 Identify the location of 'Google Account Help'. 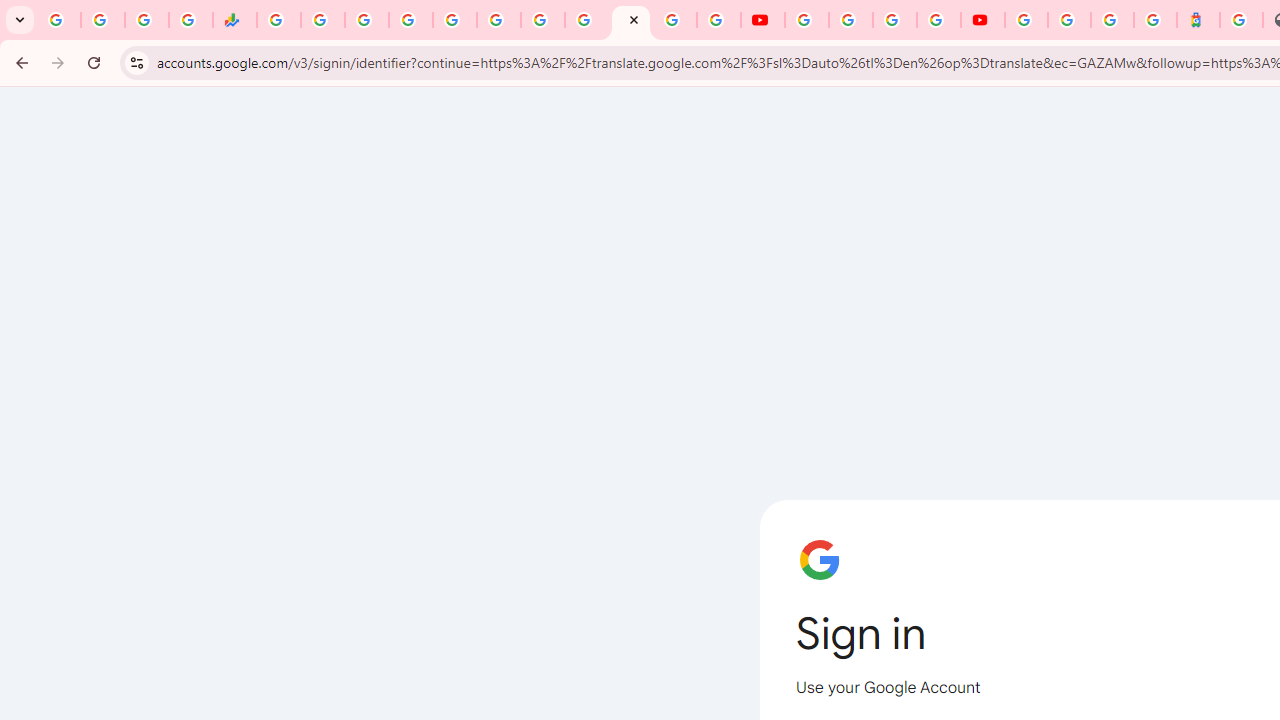
(851, 20).